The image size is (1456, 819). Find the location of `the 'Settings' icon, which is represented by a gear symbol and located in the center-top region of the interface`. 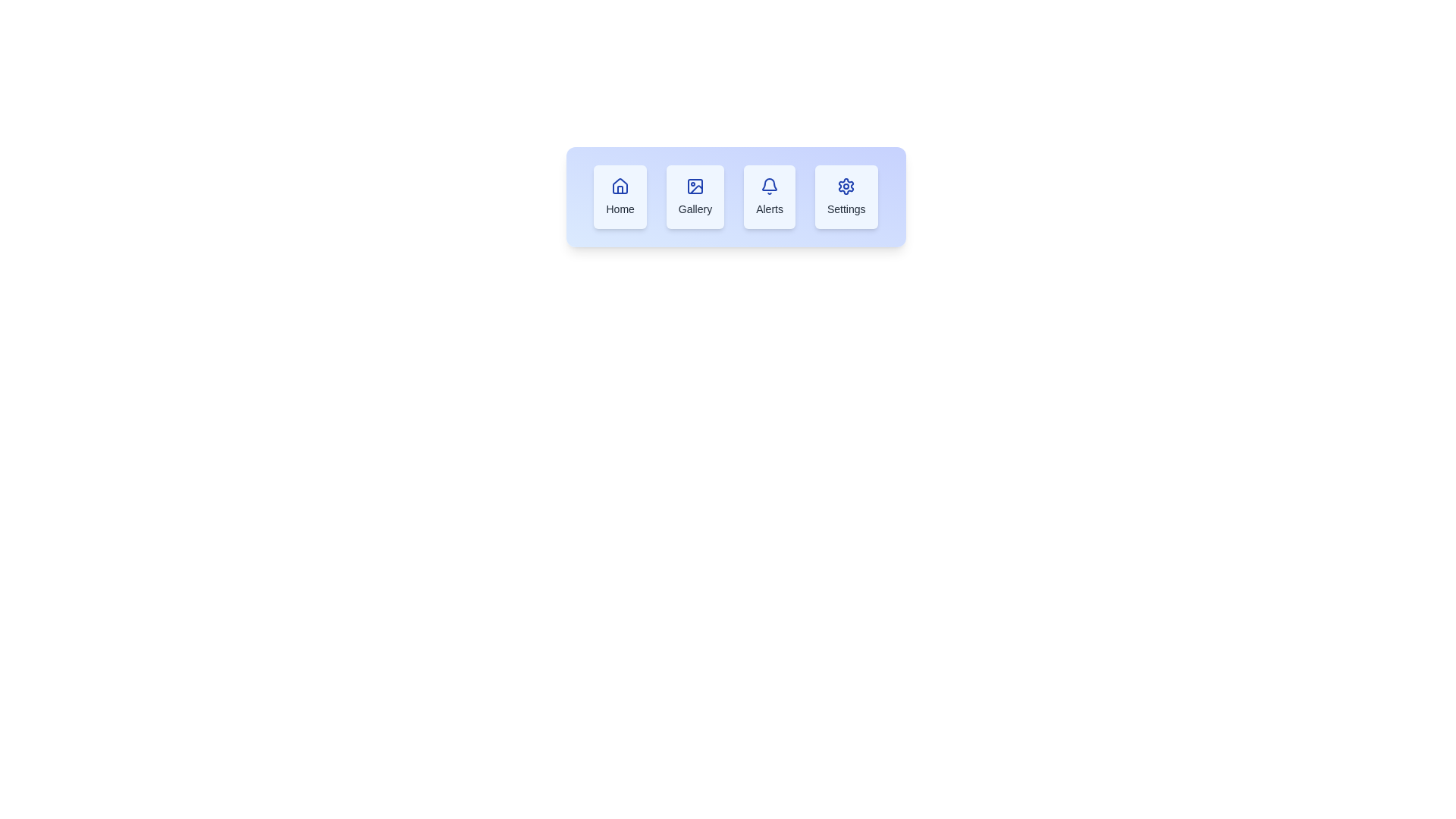

the 'Settings' icon, which is represented by a gear symbol and located in the center-top region of the interface is located at coordinates (846, 186).